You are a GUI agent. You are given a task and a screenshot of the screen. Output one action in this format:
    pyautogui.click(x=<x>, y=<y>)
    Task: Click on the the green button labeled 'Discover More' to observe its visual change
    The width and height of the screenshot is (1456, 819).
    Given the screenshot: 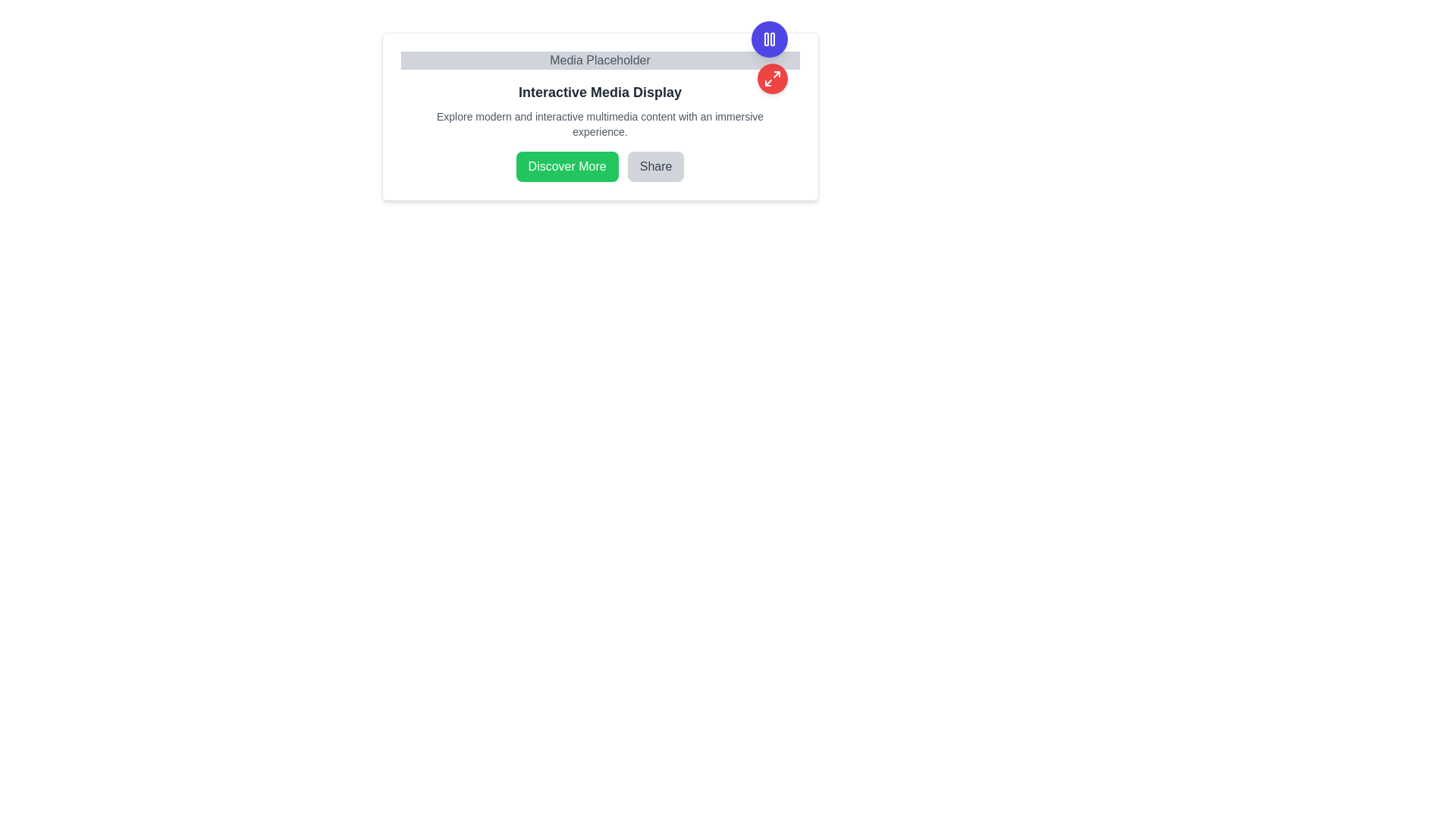 What is the action you would take?
    pyautogui.click(x=566, y=166)
    